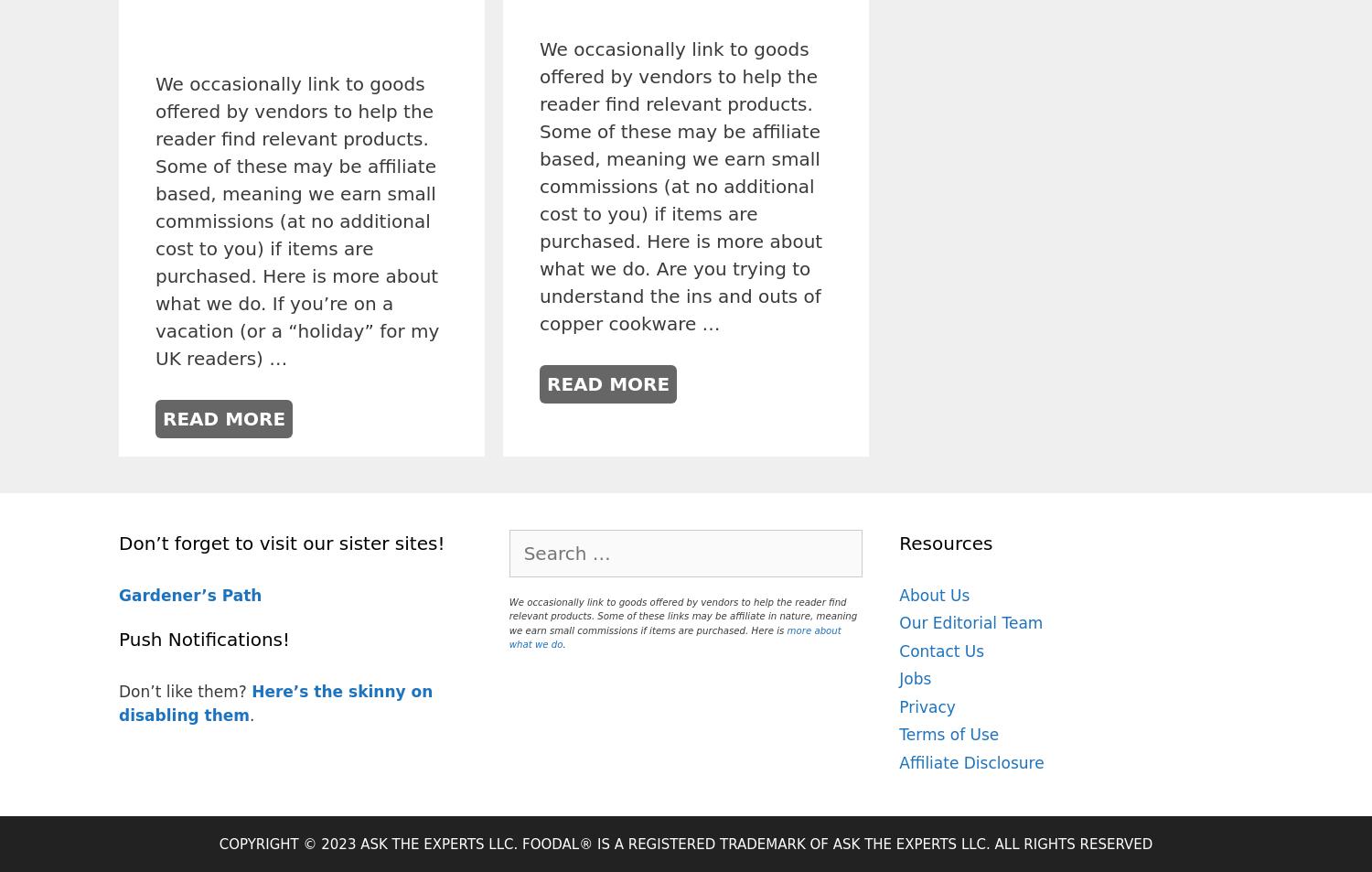 This screenshot has width=1372, height=872. Describe the element at coordinates (945, 542) in the screenshot. I see `'Resources'` at that location.